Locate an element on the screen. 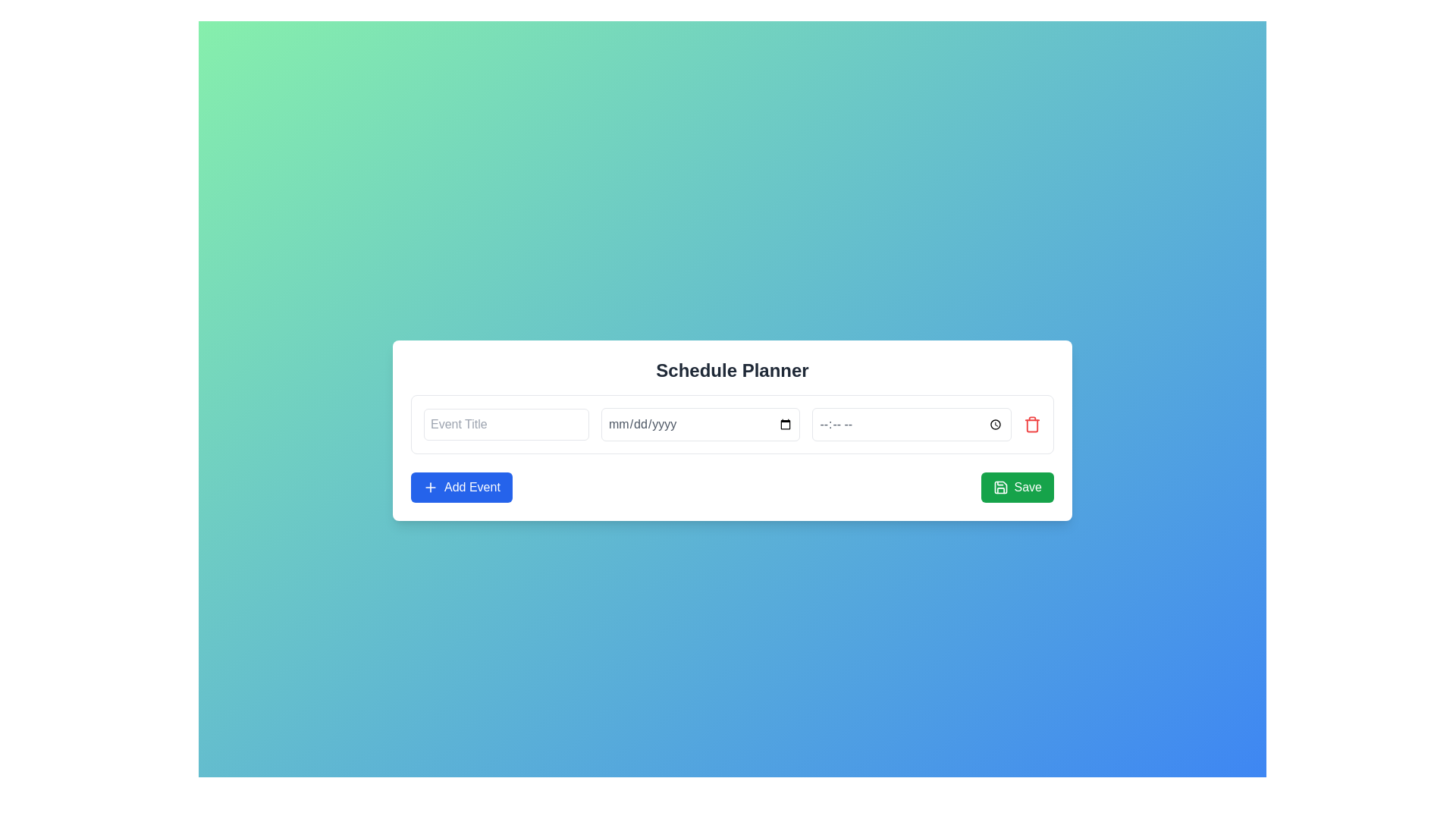 The image size is (1456, 819). the save icon located within the 'Save' button in the bottom-right corner of the modal, which visually represents the save action is located at coordinates (1000, 488).